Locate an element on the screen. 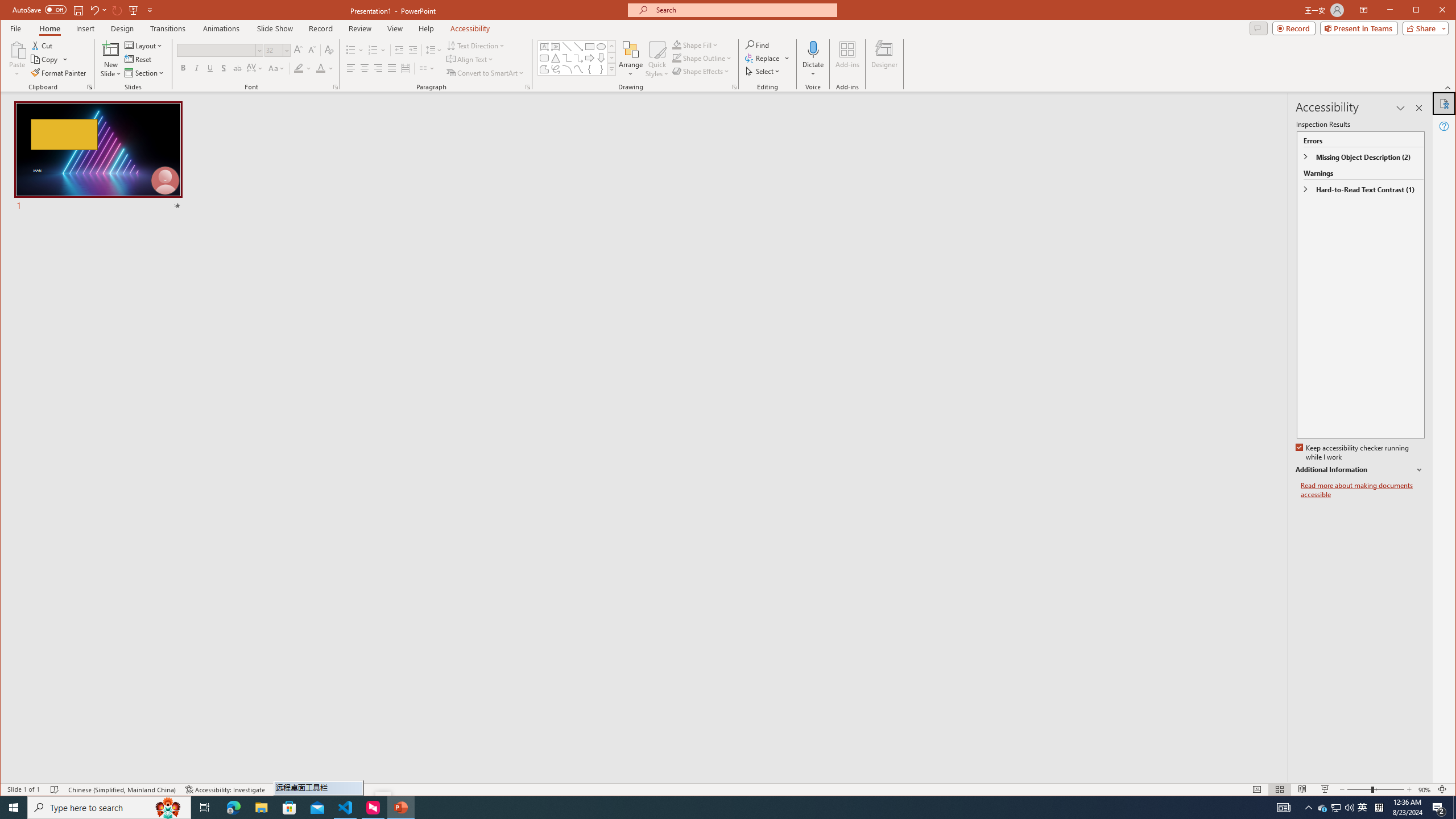  'Tray Input Indicator - Chinese (Simplified, China)' is located at coordinates (1379, 806).